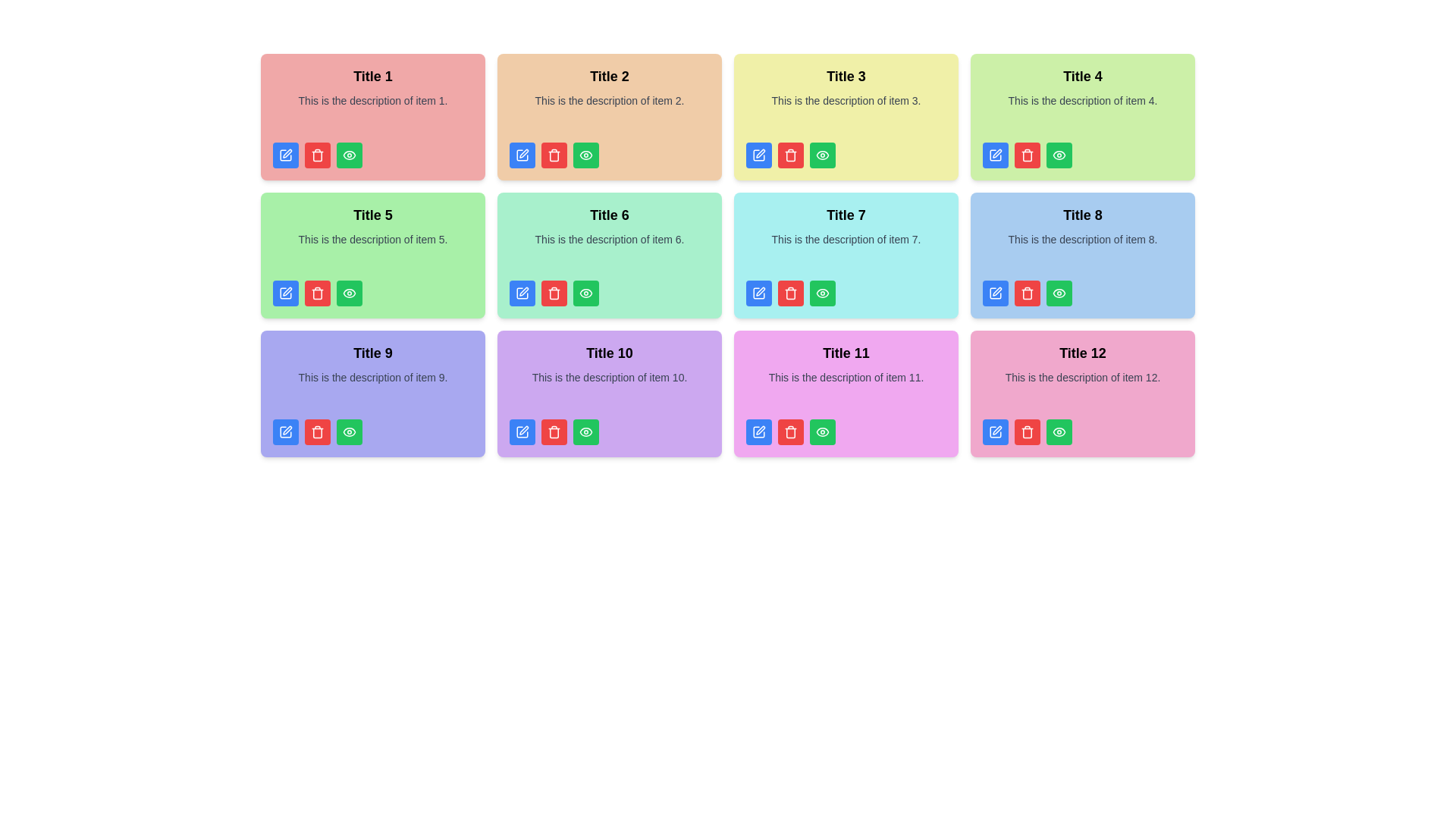 This screenshot has width=1456, height=819. What do you see at coordinates (996, 155) in the screenshot?
I see `the small rectangular blue button with a white pen icon in the 'Title 4' card component to change its background color` at bounding box center [996, 155].